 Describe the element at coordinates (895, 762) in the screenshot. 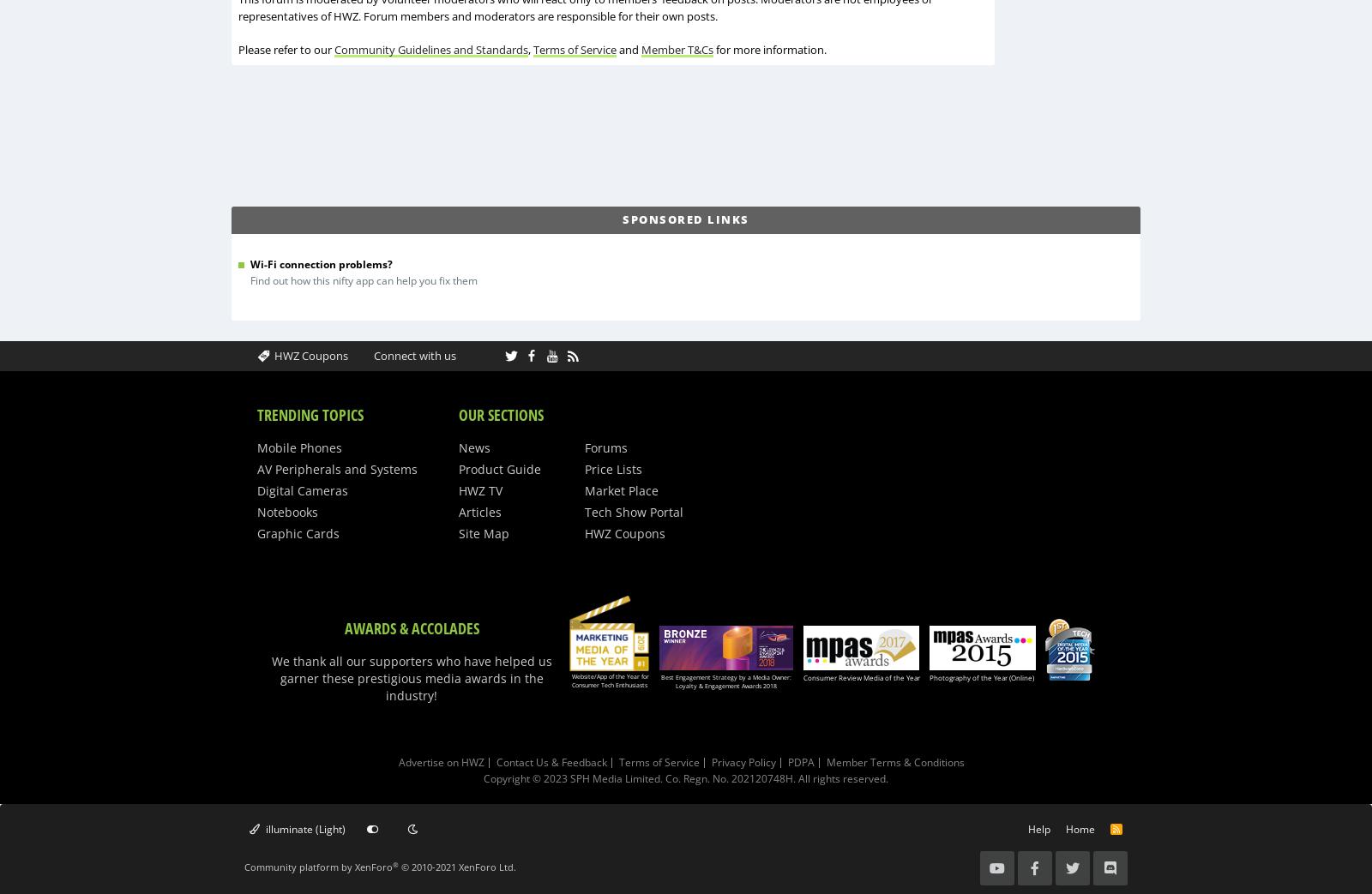

I see `'Member Terms & Conditions'` at that location.